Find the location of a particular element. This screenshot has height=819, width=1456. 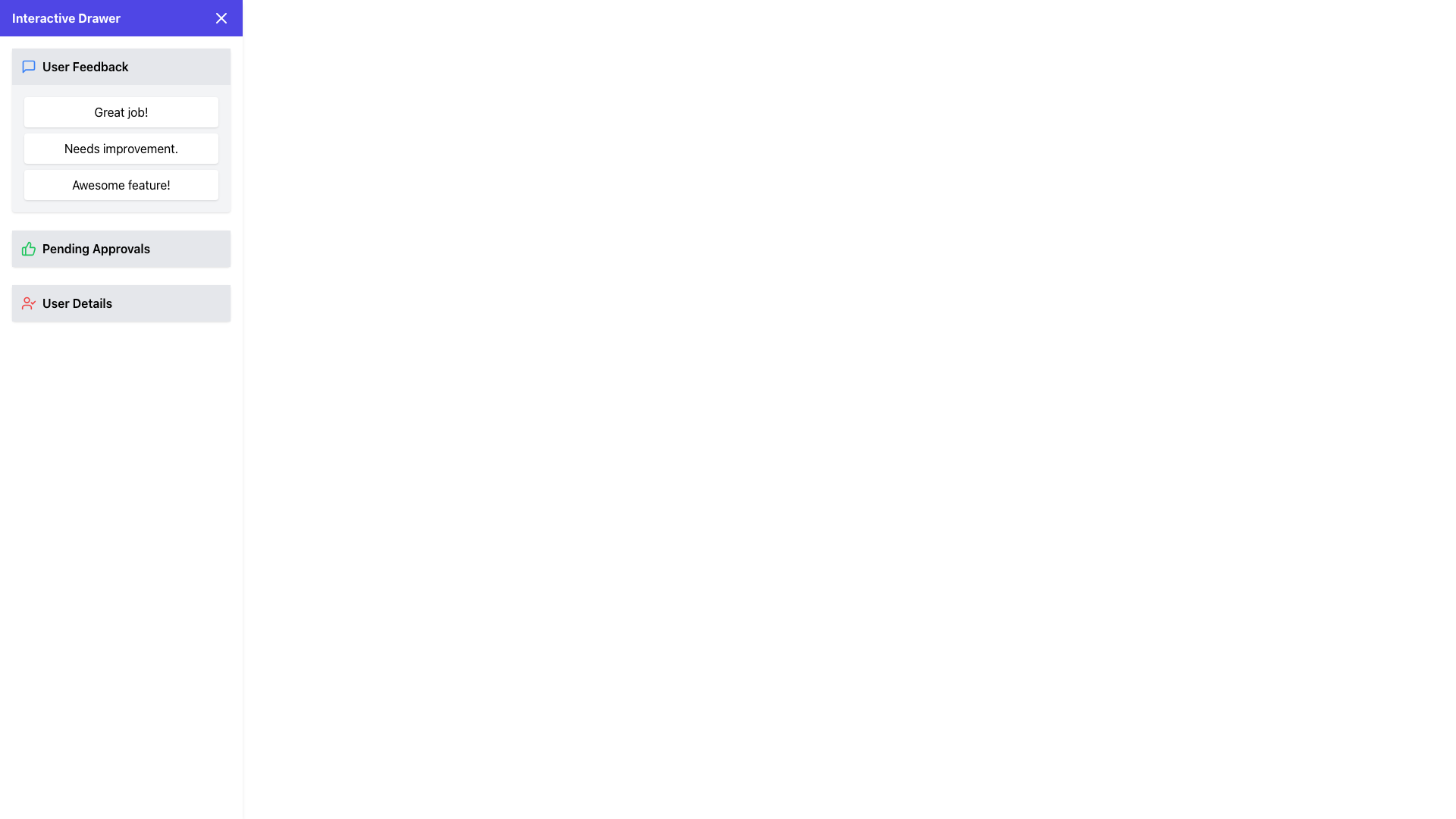

the 'User Feedback' icon located in the upper section of the 'Interactive Drawer' sidebar, which is visually denoting the 'User Feedback' section is located at coordinates (29, 66).